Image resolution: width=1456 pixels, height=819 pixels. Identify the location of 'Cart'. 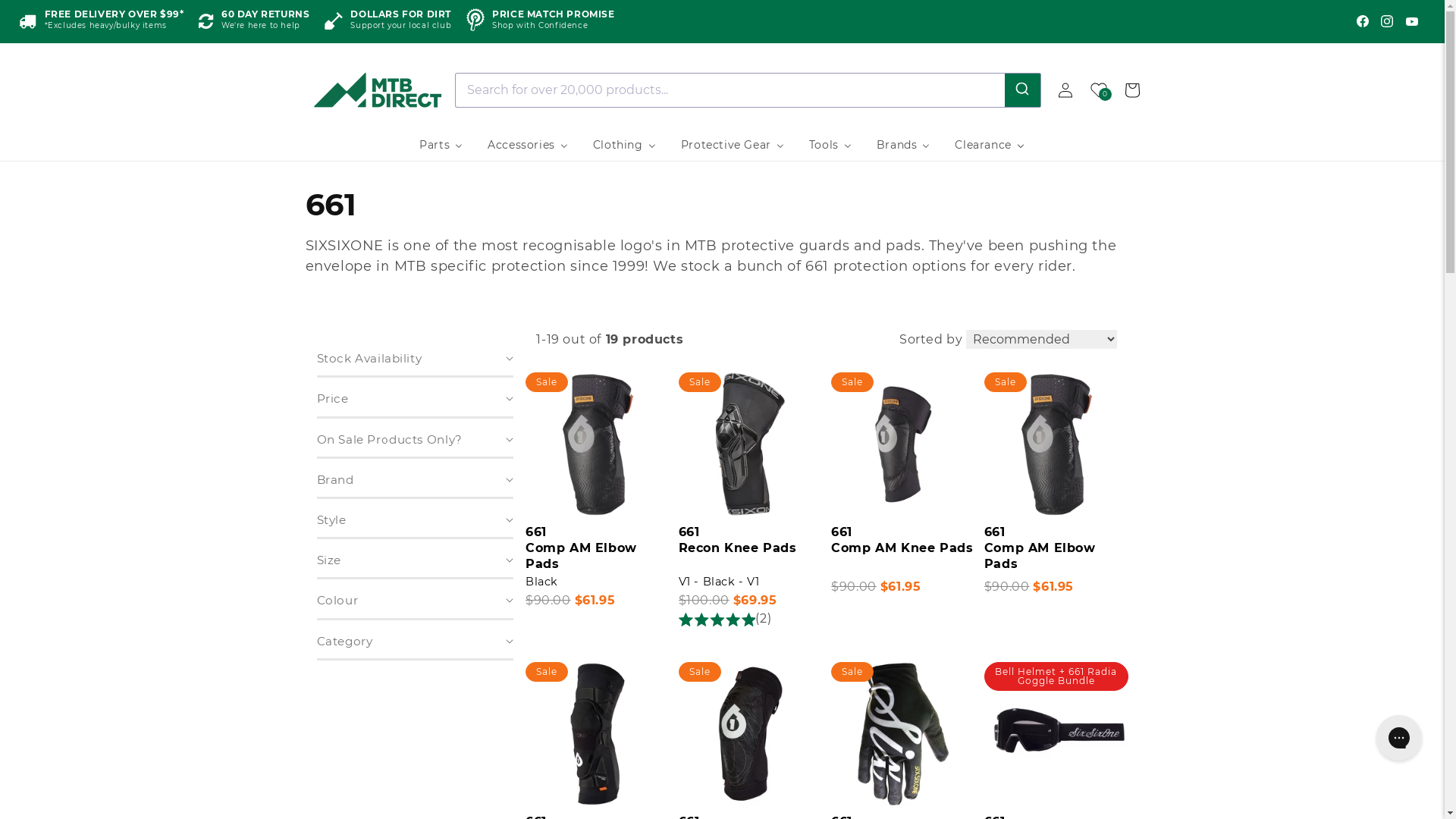
(1114, 89).